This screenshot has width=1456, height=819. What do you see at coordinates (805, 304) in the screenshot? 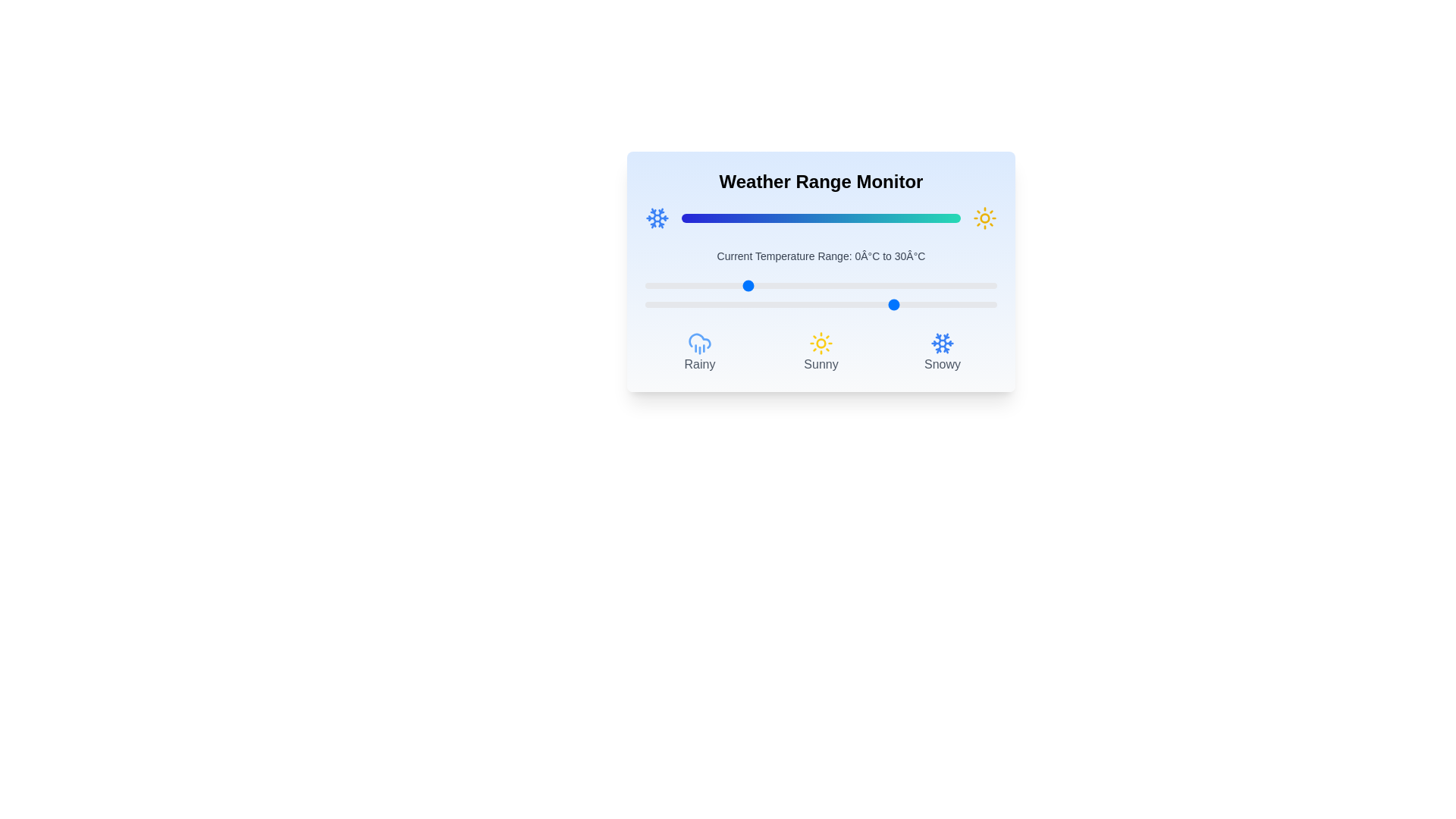
I see `temperature` at bounding box center [805, 304].